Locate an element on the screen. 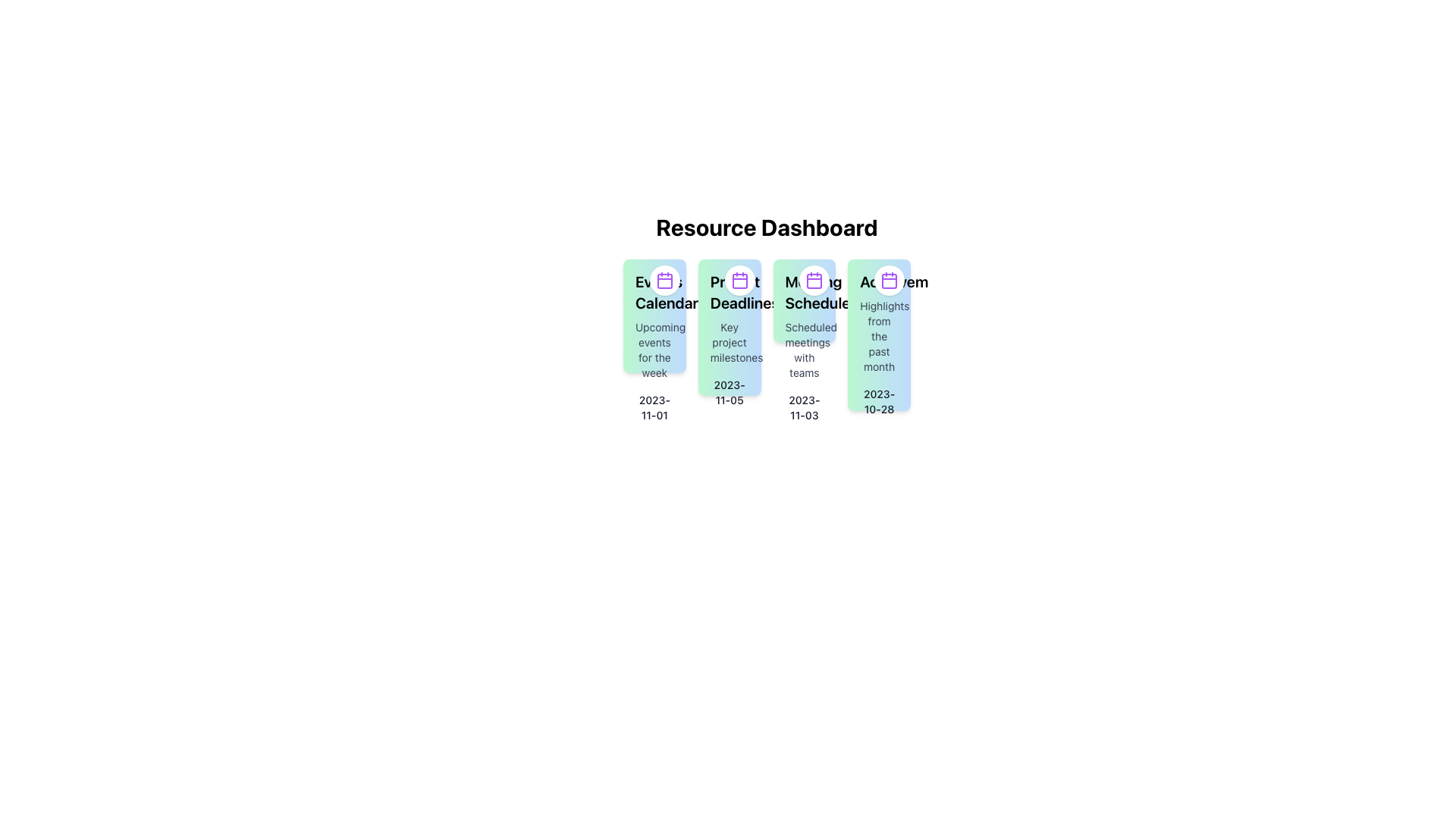  the text element displaying 'Scheduled meetings with teams', which is styled in small-sized, gray font and positioned within the third card of a series of four cards is located at coordinates (803, 350).